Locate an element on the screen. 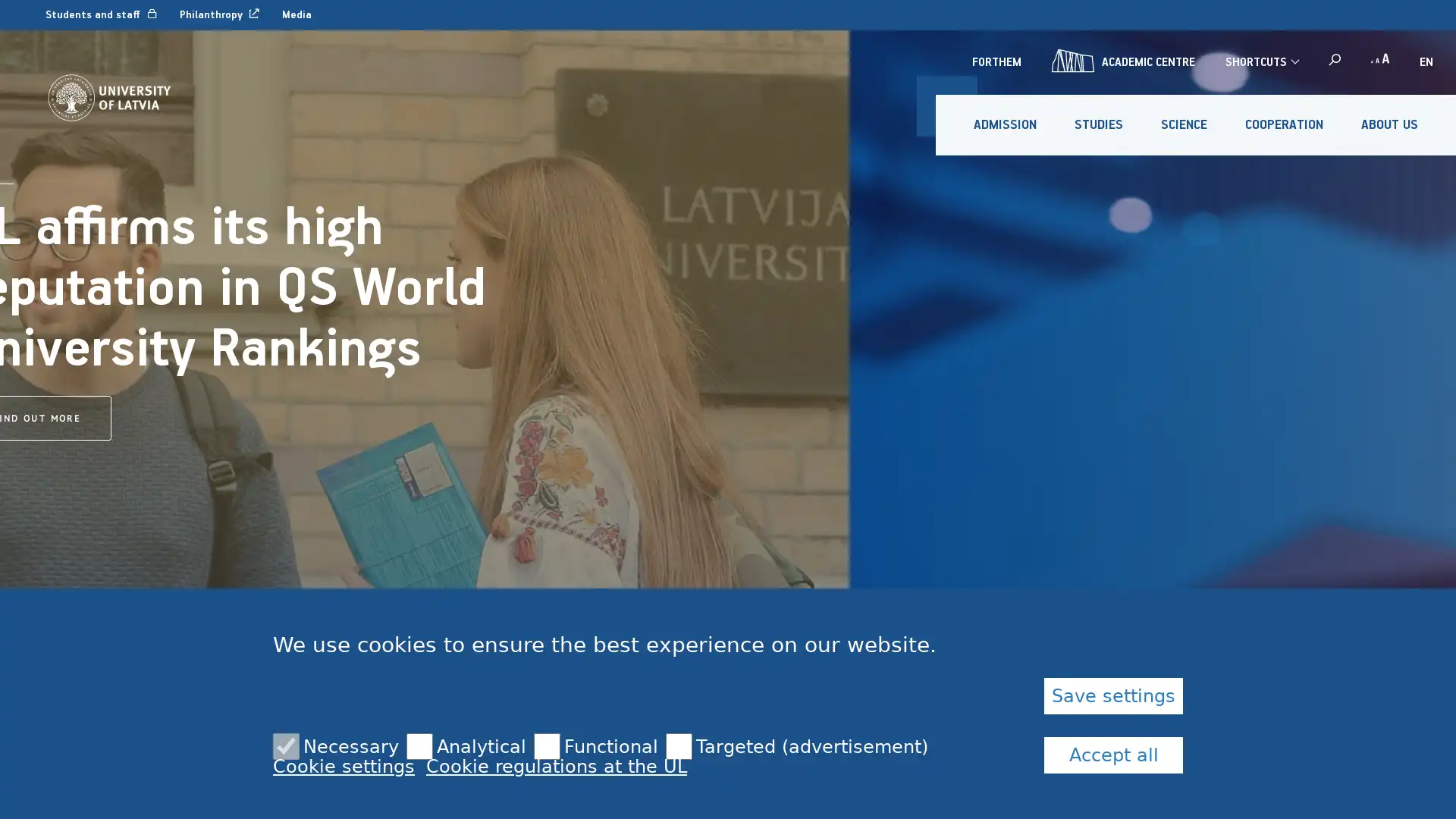 This screenshot has height=819, width=1456. SHORTCUTS is located at coordinates (1261, 61).